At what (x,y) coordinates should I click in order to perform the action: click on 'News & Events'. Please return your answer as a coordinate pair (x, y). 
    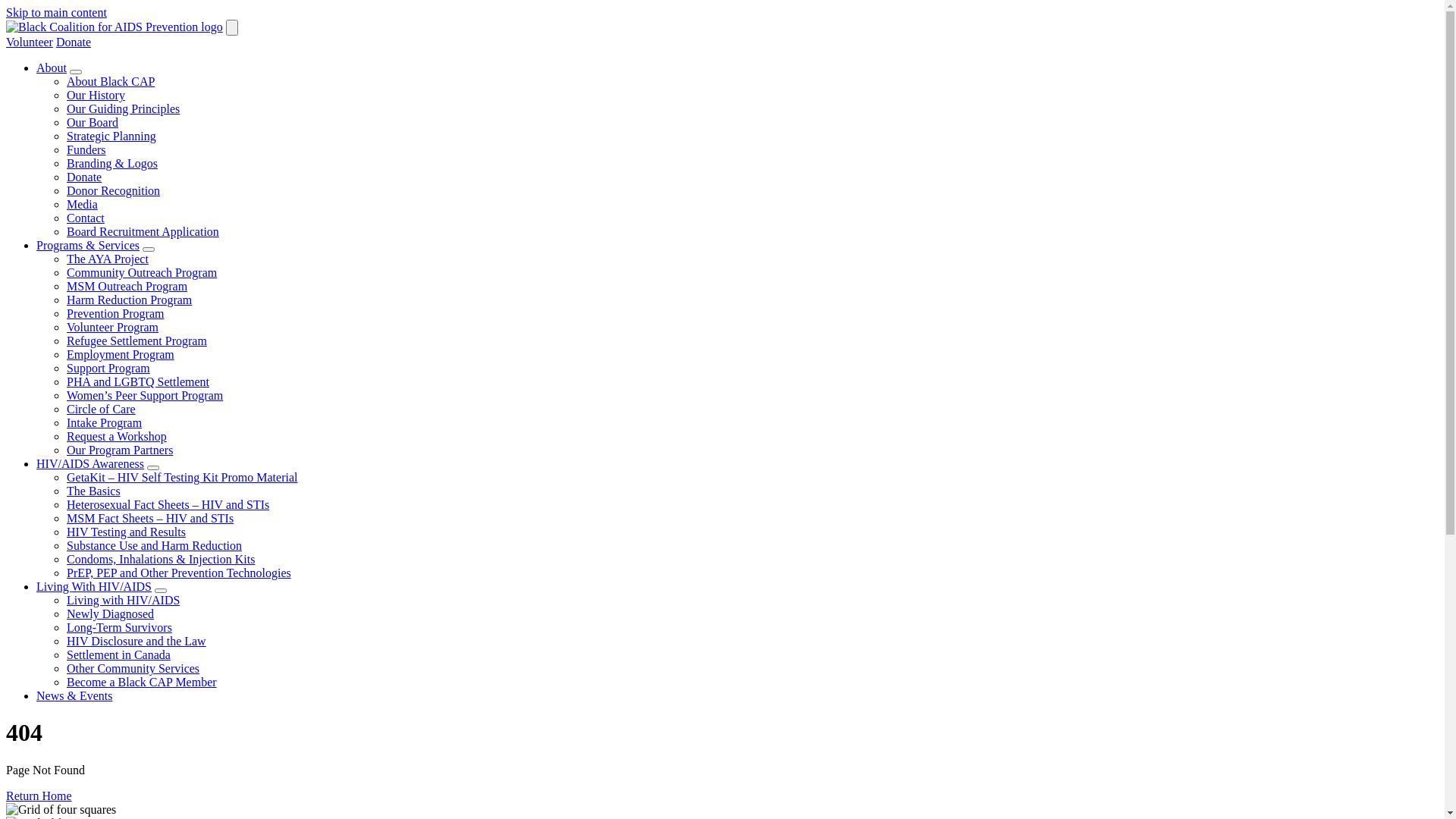
    Looking at the image, I should click on (73, 695).